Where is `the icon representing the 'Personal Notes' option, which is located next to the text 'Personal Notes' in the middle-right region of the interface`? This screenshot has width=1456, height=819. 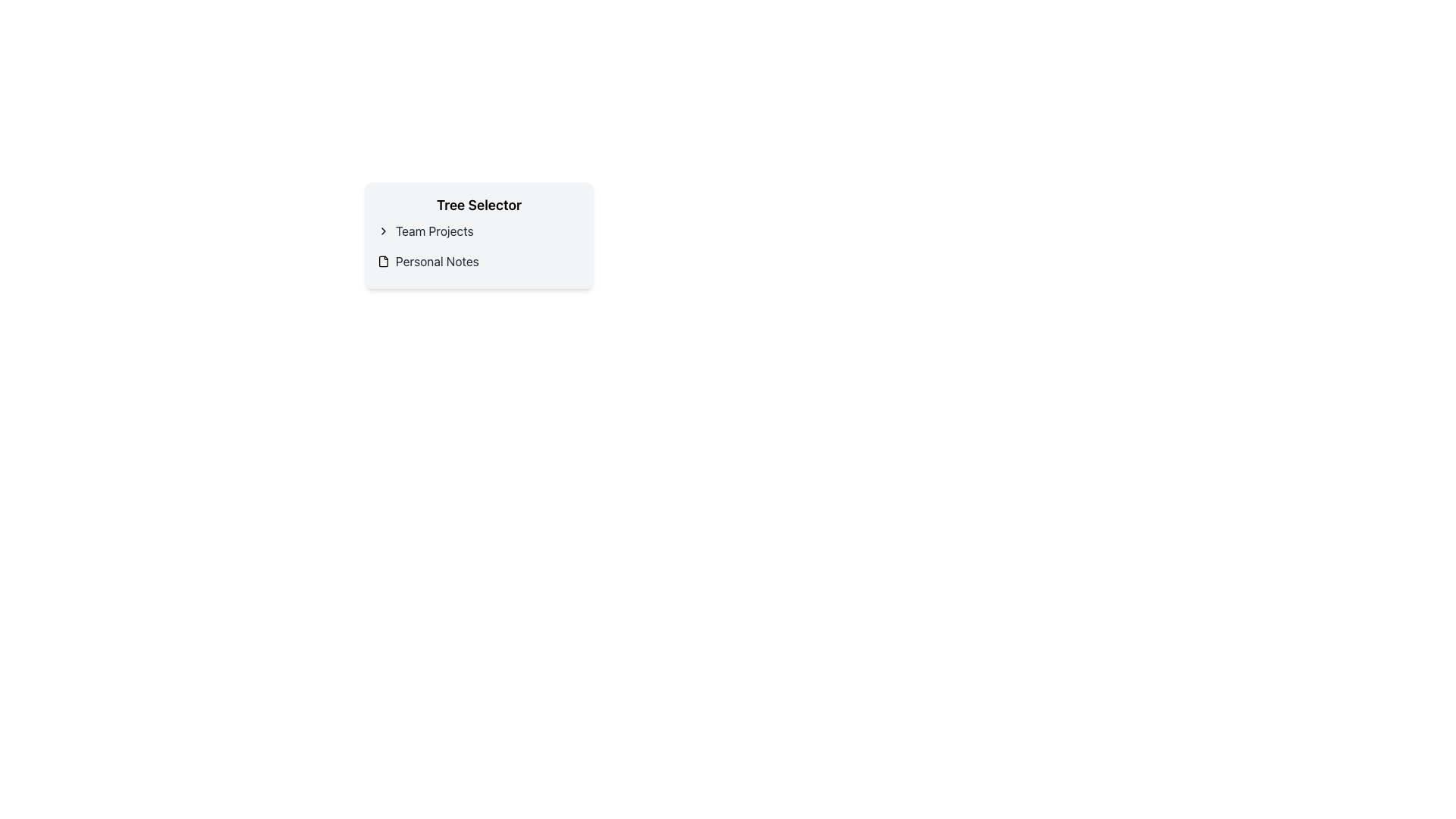 the icon representing the 'Personal Notes' option, which is located next to the text 'Personal Notes' in the middle-right region of the interface is located at coordinates (383, 260).